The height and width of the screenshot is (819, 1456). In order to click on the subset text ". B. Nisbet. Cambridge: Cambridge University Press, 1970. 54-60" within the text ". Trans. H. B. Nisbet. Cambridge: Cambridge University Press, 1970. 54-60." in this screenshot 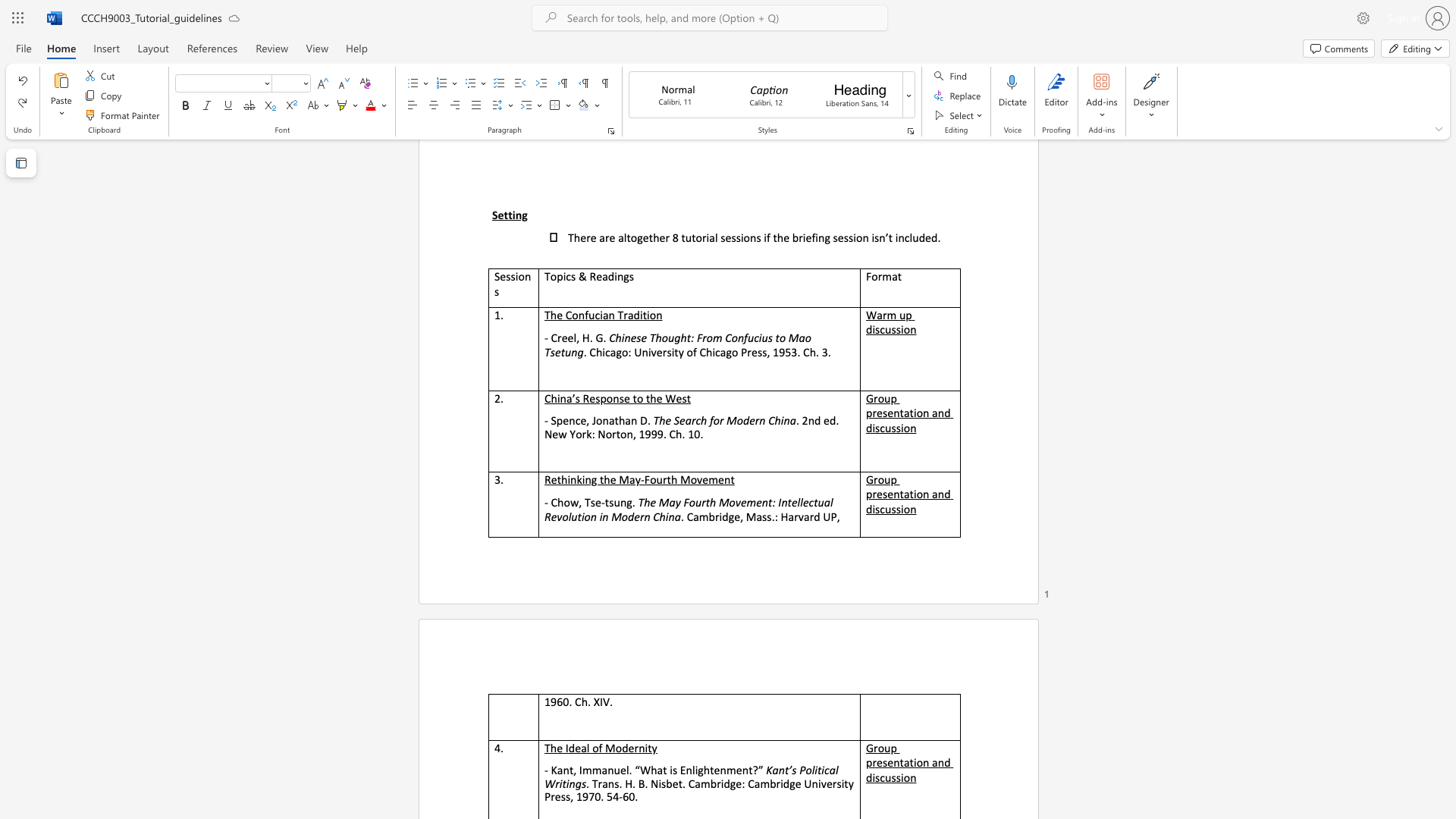, I will do `click(632, 783)`.